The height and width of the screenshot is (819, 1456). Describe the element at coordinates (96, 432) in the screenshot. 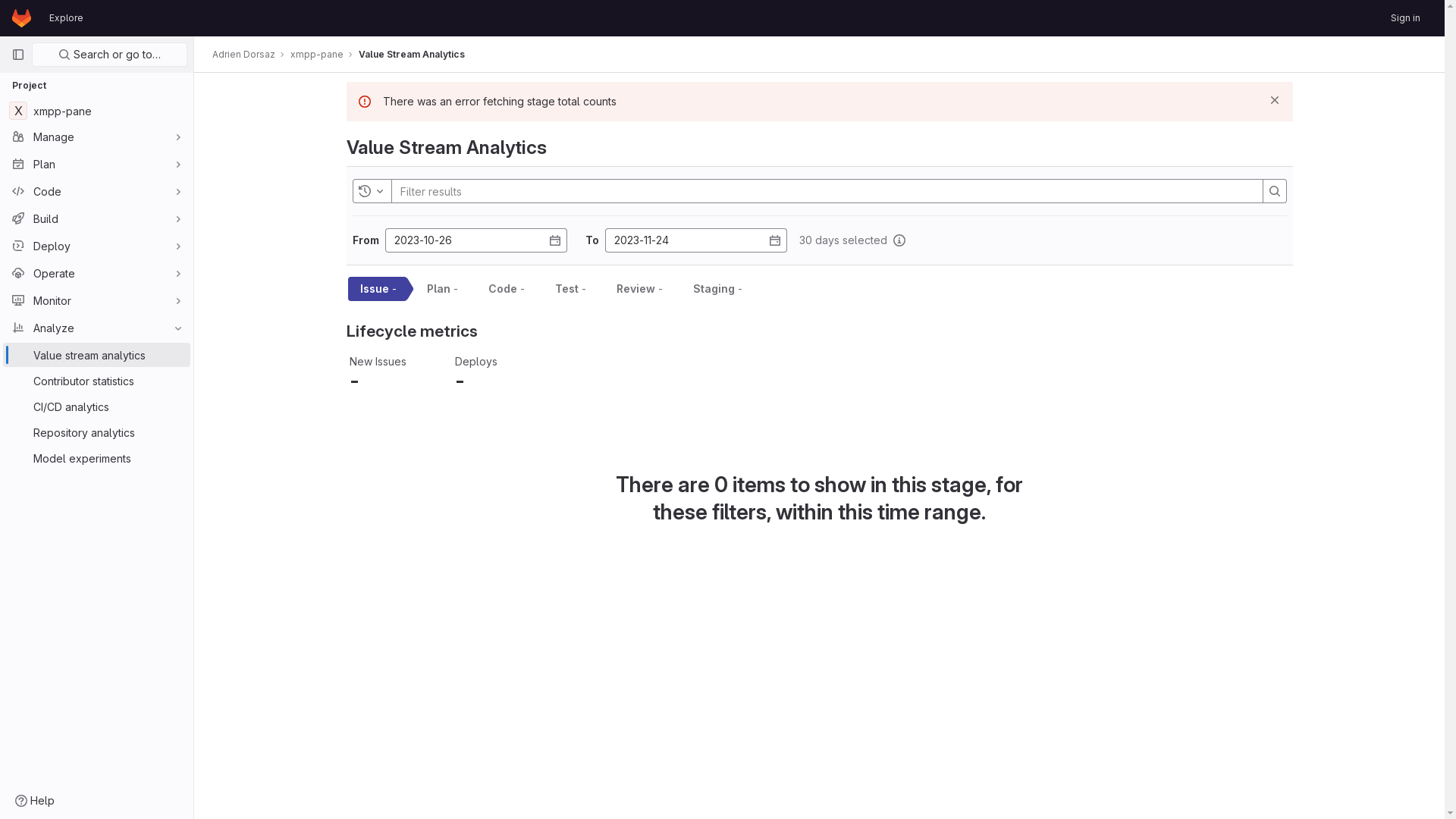

I see `'Repository analytics'` at that location.